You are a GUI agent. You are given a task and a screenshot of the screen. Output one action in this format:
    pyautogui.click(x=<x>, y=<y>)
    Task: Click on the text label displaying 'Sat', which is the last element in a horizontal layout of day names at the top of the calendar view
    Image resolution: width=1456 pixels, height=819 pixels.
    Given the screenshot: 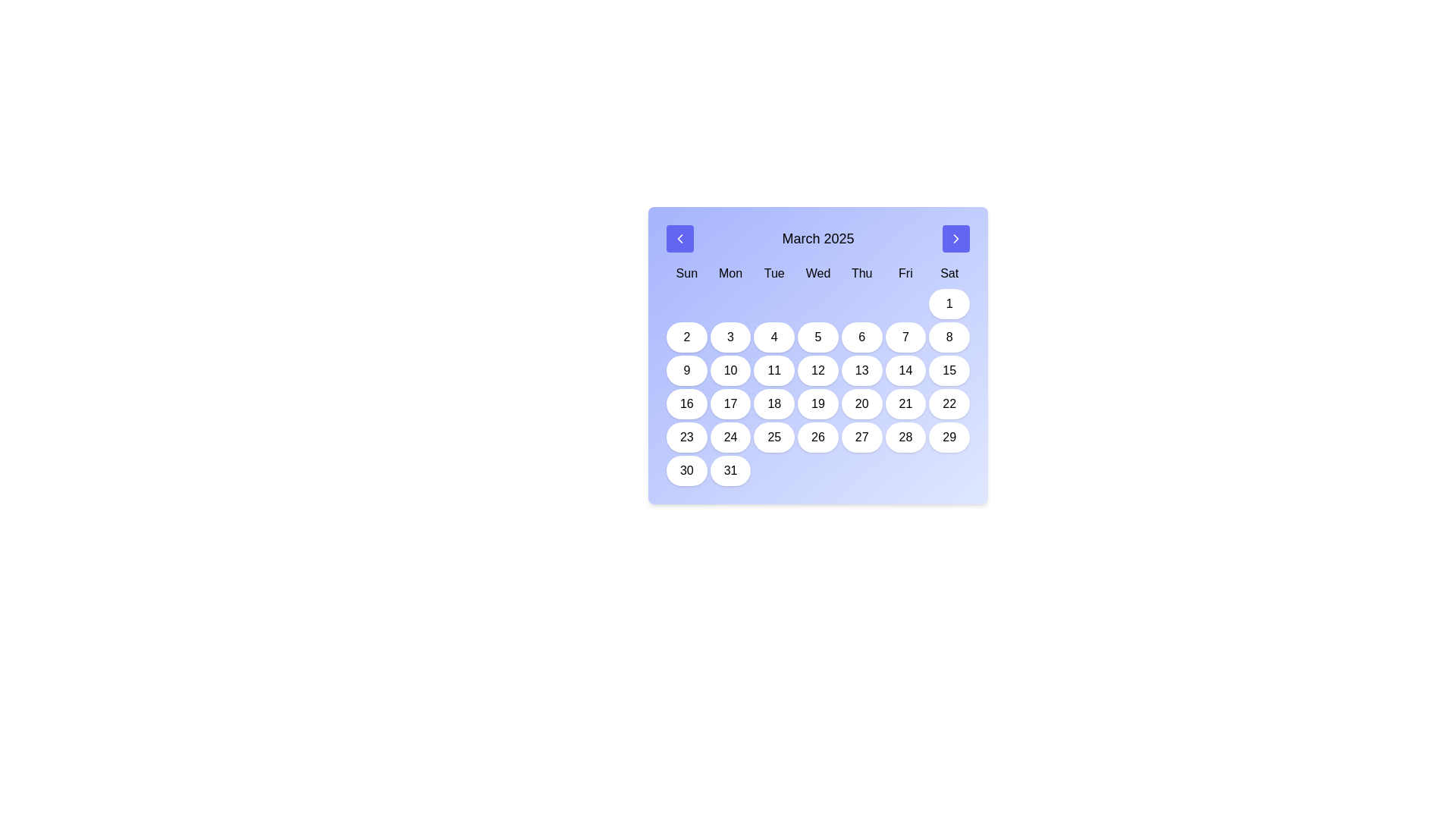 What is the action you would take?
    pyautogui.click(x=949, y=274)
    